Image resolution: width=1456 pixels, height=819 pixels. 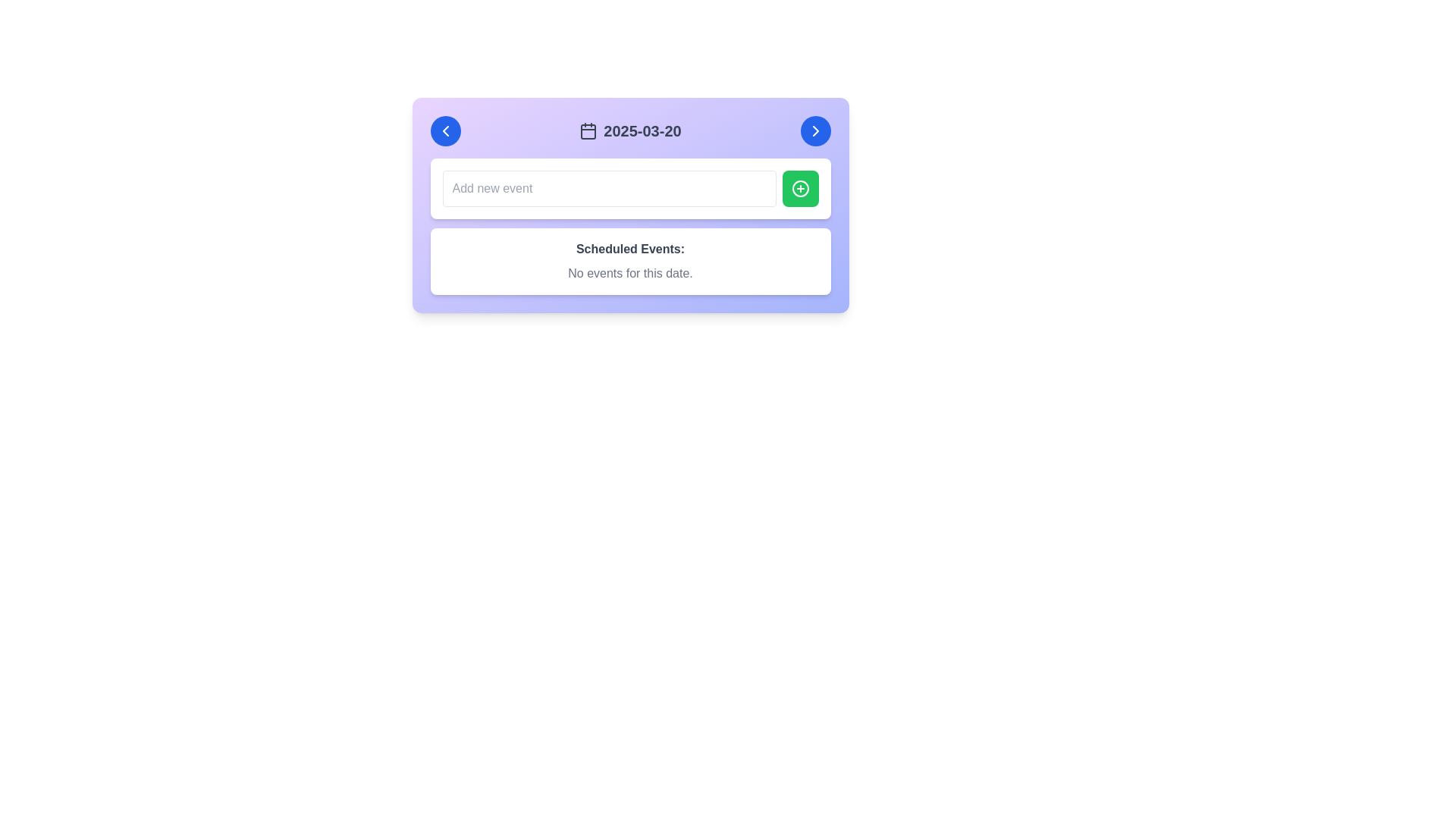 I want to click on the circular button with a blue background and a white chevron arrow pointing to the right, located at the top right corner of the card labeled '2025-03-20' to observe the hover effect, so click(x=814, y=130).